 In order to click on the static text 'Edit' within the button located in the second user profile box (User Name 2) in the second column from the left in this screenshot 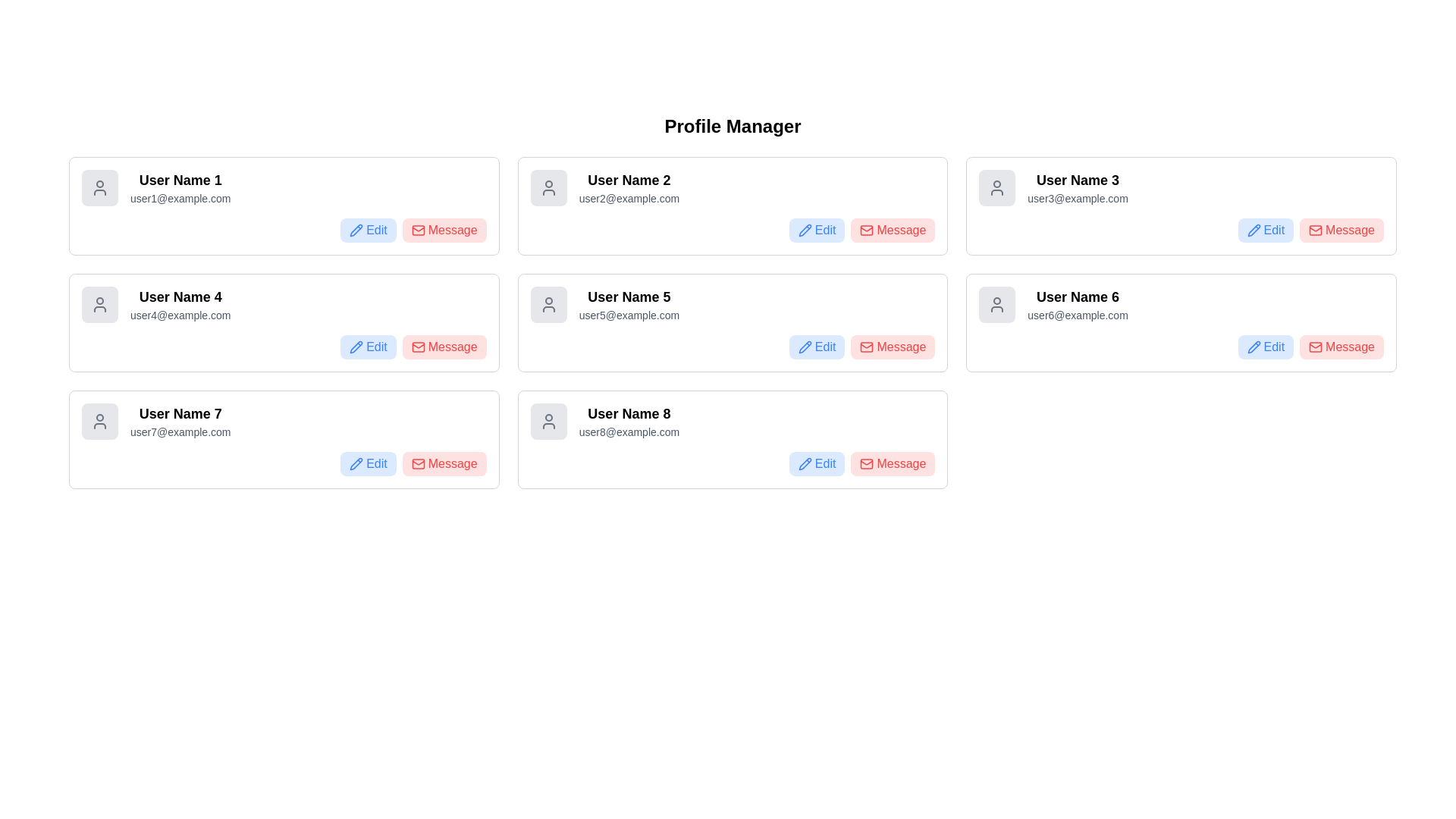, I will do `click(824, 231)`.